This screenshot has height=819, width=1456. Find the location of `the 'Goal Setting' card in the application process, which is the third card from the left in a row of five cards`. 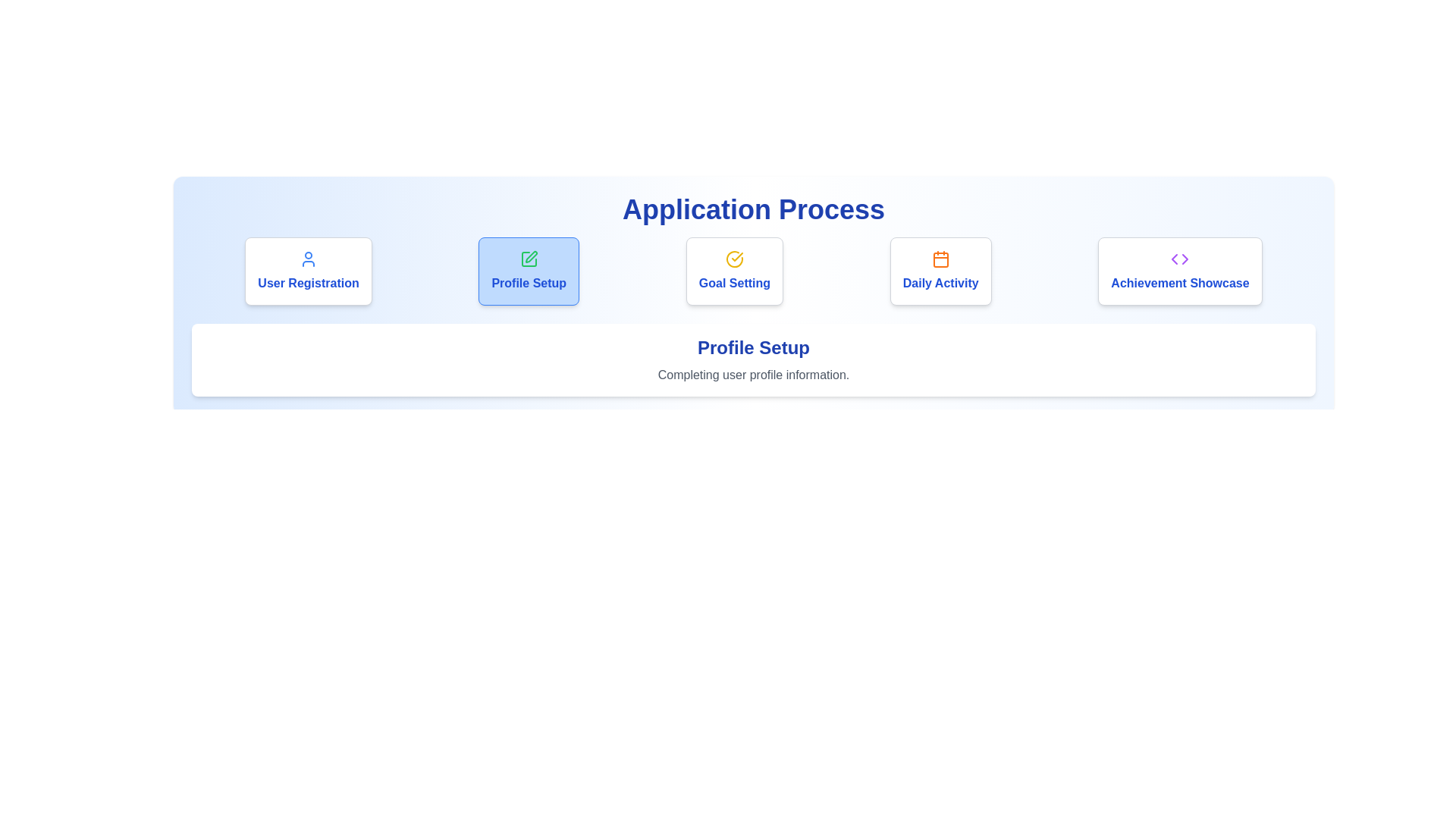

the 'Goal Setting' card in the application process, which is the third card from the left in a row of five cards is located at coordinates (735, 271).